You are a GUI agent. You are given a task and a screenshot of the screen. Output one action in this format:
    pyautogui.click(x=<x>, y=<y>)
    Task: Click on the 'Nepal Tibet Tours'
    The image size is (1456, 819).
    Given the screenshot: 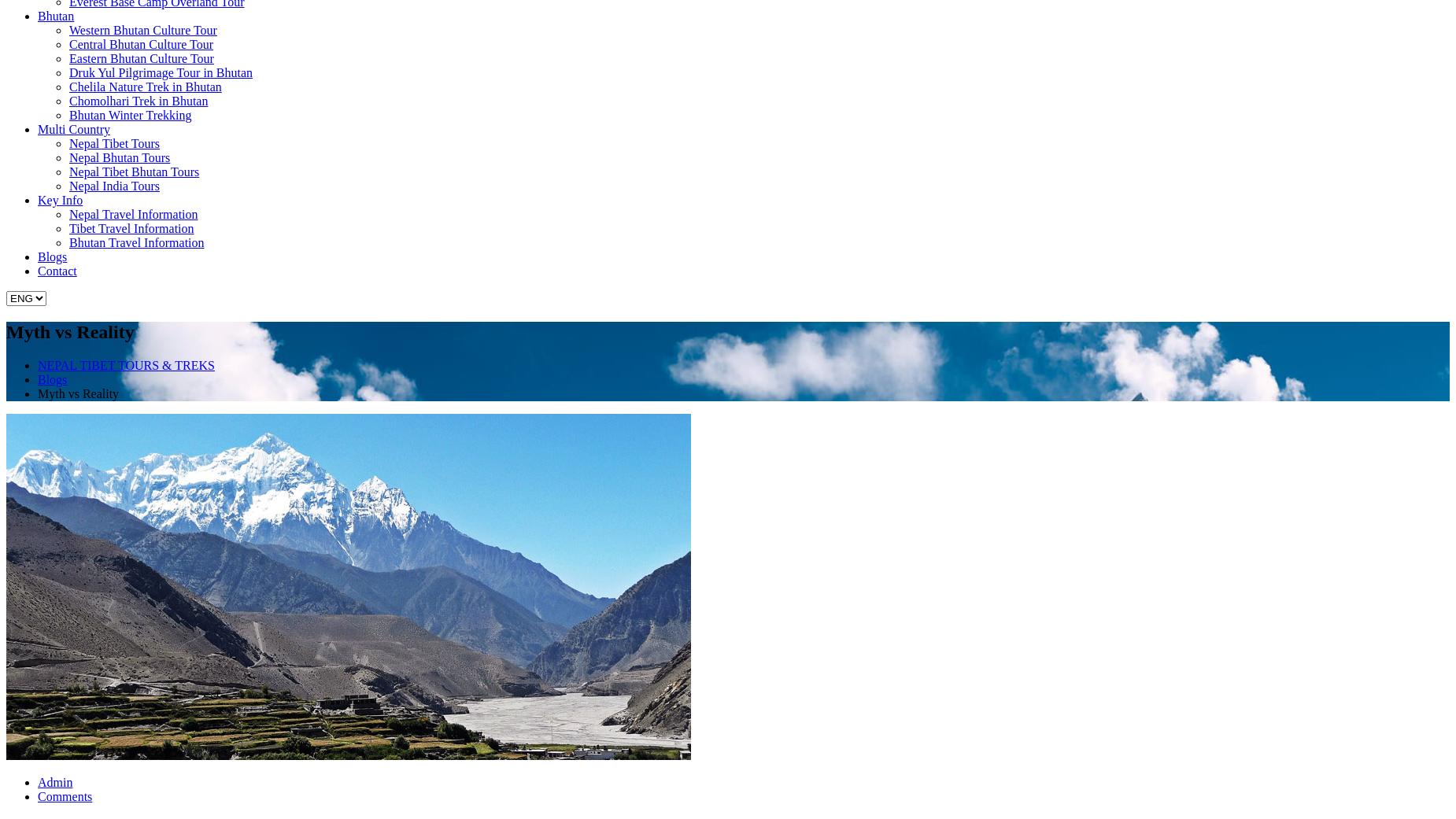 What is the action you would take?
    pyautogui.click(x=113, y=143)
    